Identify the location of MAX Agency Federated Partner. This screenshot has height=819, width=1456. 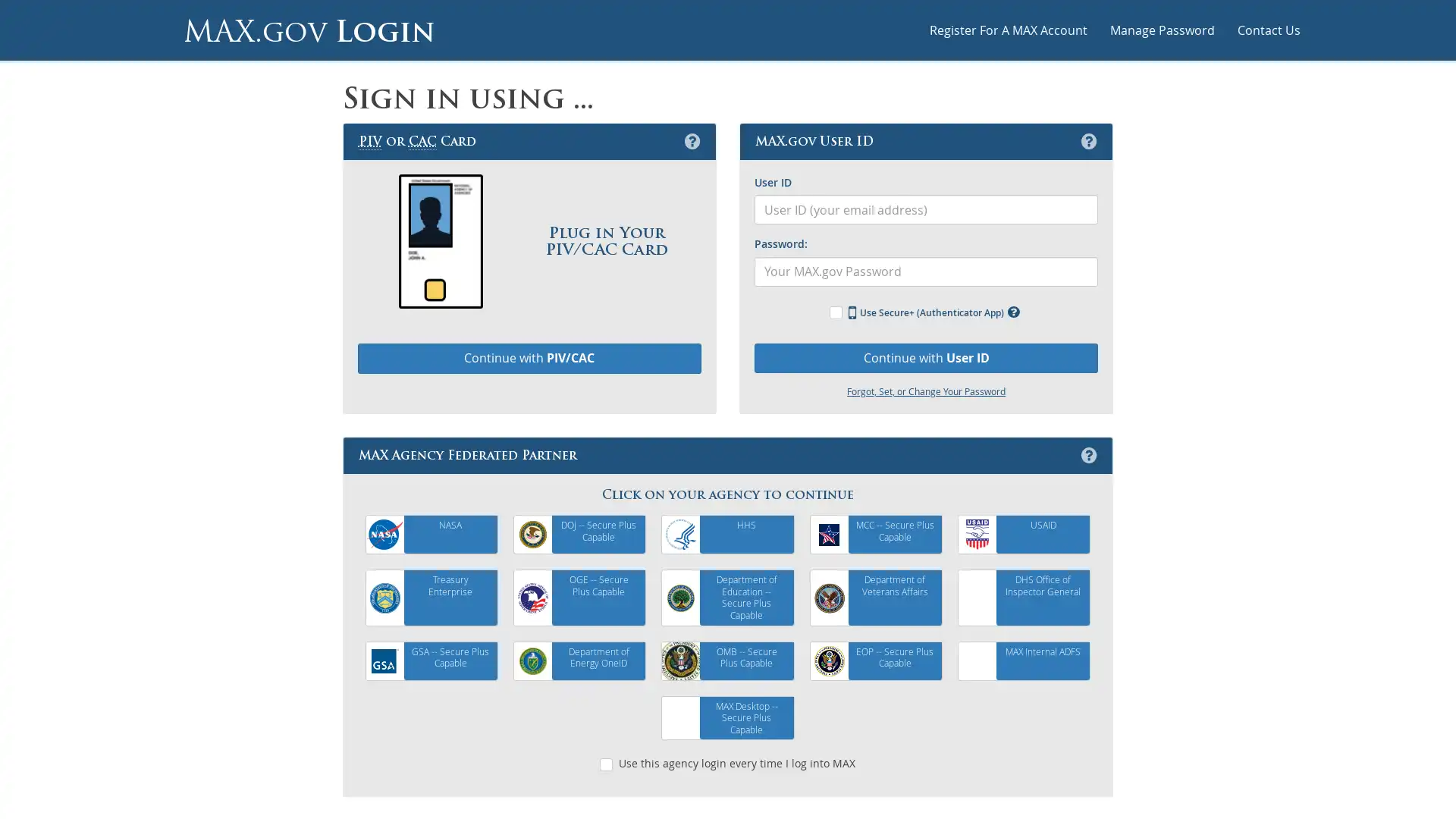
(1088, 454).